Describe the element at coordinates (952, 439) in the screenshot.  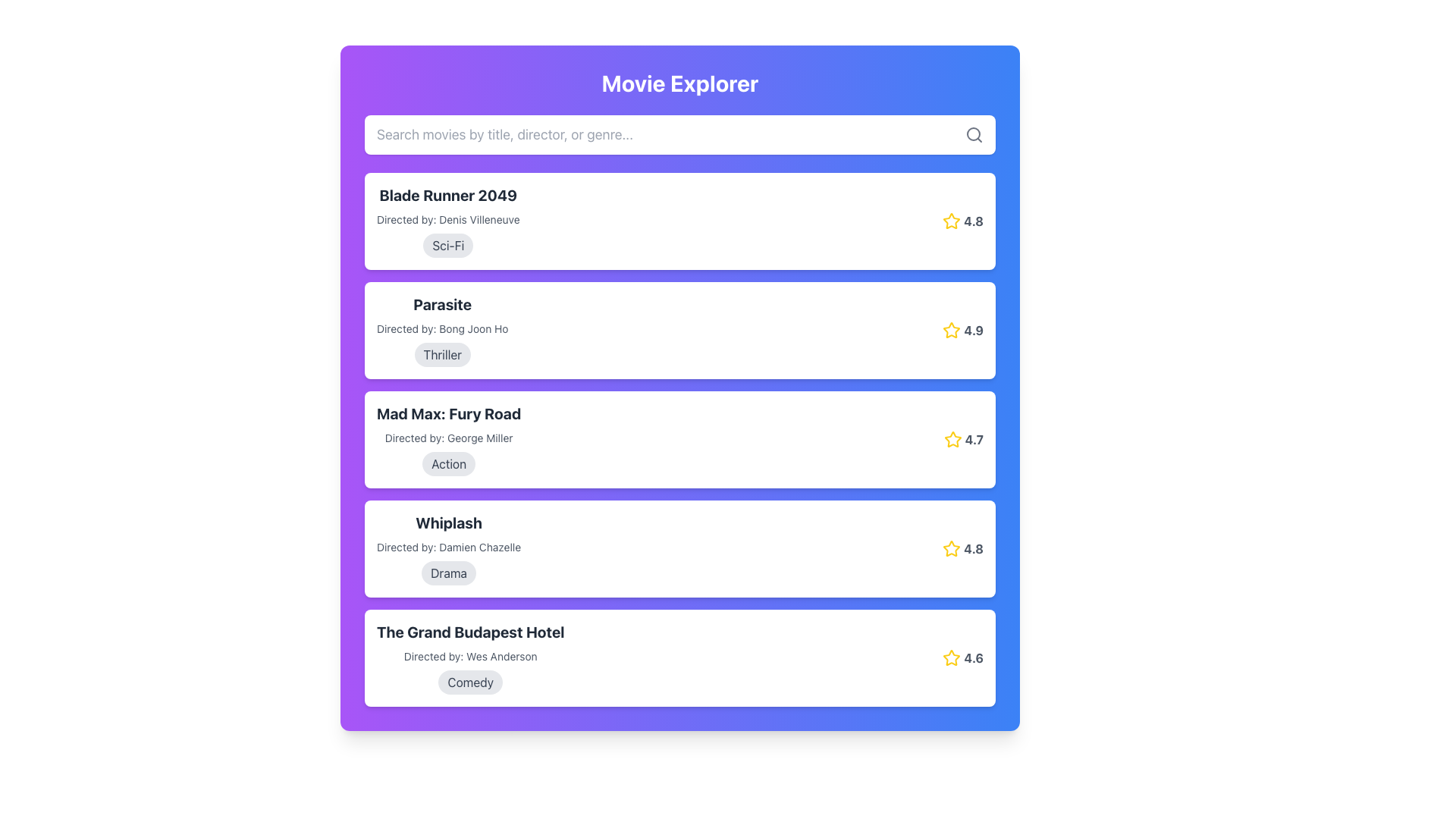
I see `the leftmost rating star icon that visually indicates a filled or selected state, located adjacent to the text '4.7'` at that location.